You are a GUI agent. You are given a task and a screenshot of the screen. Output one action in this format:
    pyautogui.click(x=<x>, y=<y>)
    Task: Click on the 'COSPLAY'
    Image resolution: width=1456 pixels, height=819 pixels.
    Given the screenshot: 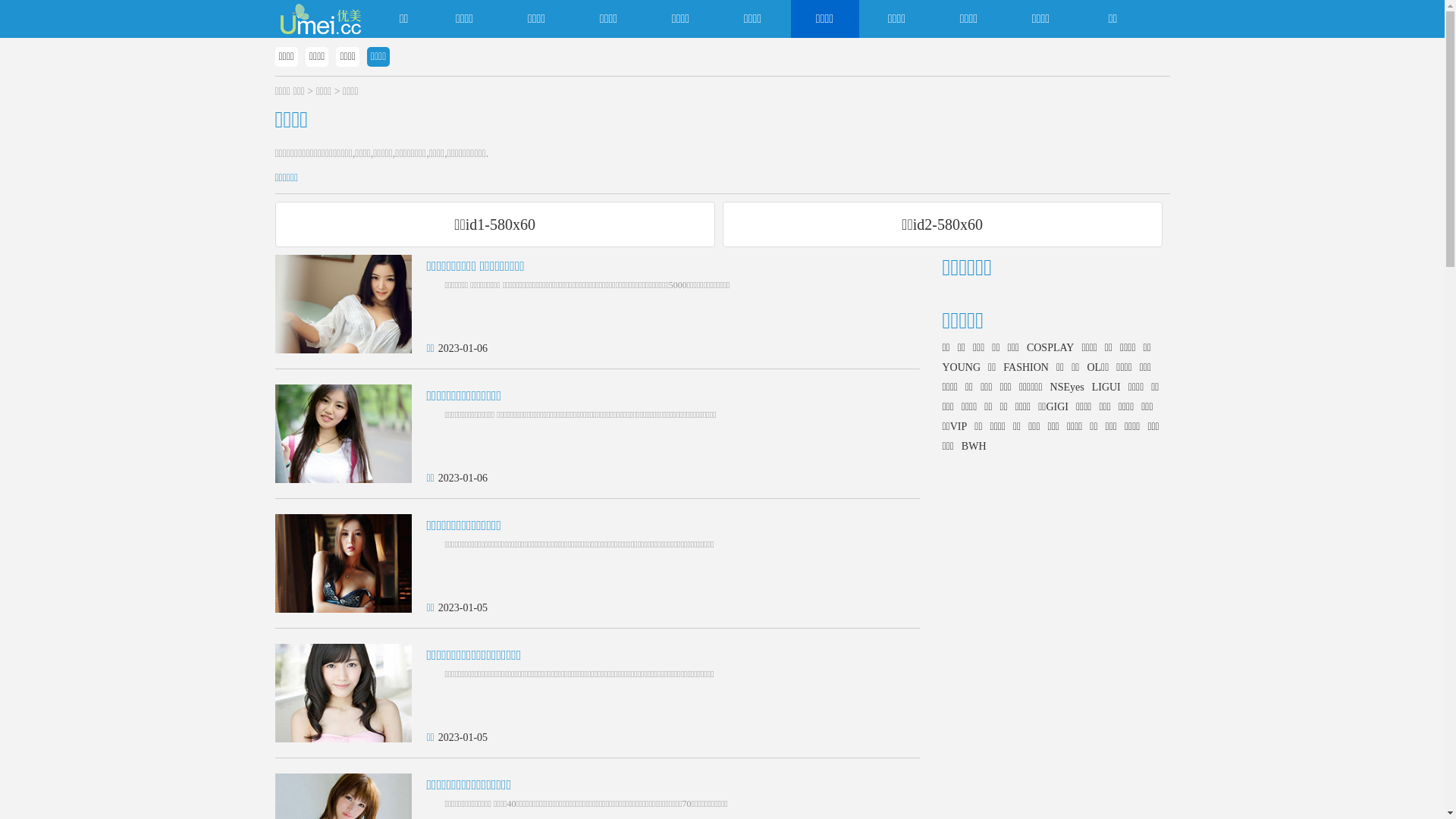 What is the action you would take?
    pyautogui.click(x=1053, y=348)
    